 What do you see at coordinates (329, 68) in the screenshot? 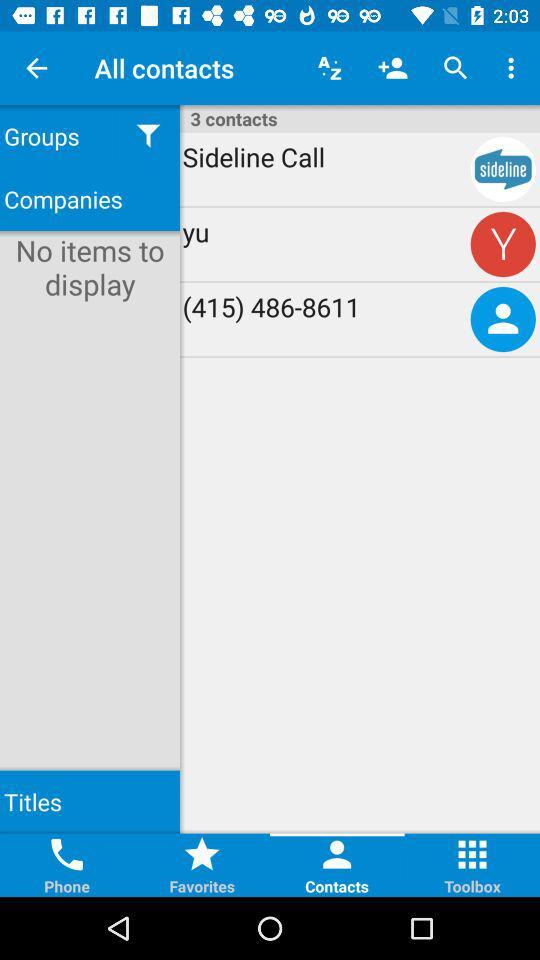
I see `icon above 3 contacts item` at bounding box center [329, 68].